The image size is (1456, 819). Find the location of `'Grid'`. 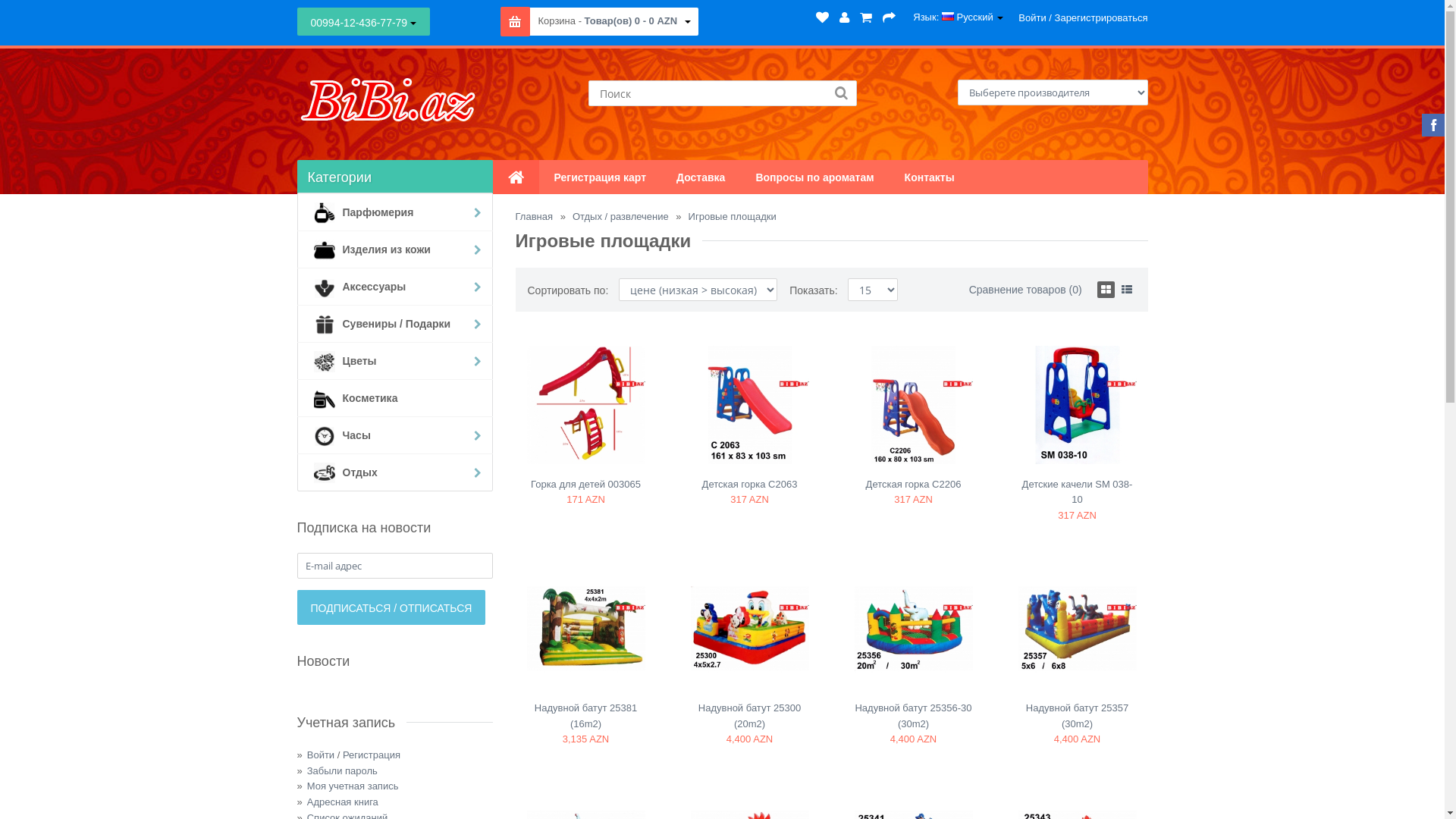

'Grid' is located at coordinates (1106, 289).